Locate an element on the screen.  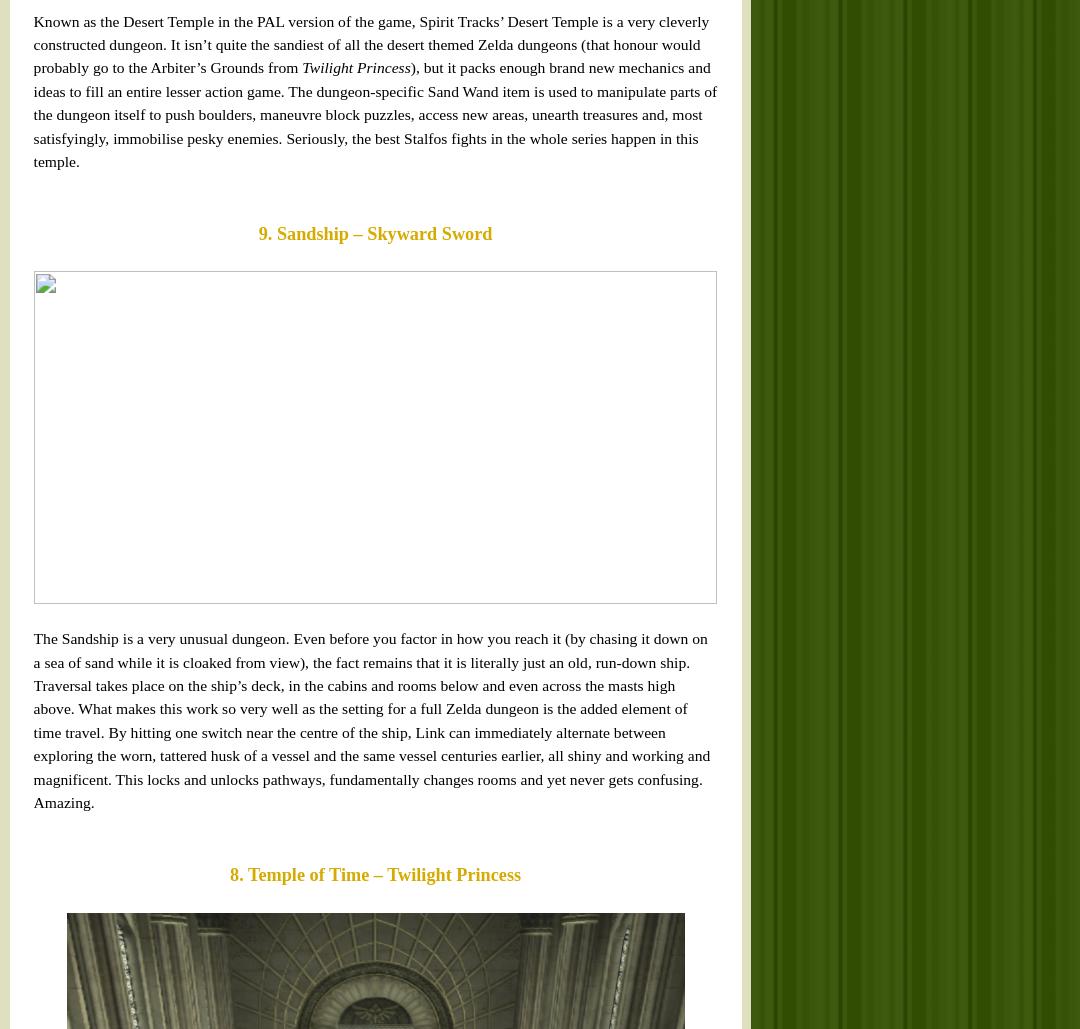
'TP' is located at coordinates (367, 291).